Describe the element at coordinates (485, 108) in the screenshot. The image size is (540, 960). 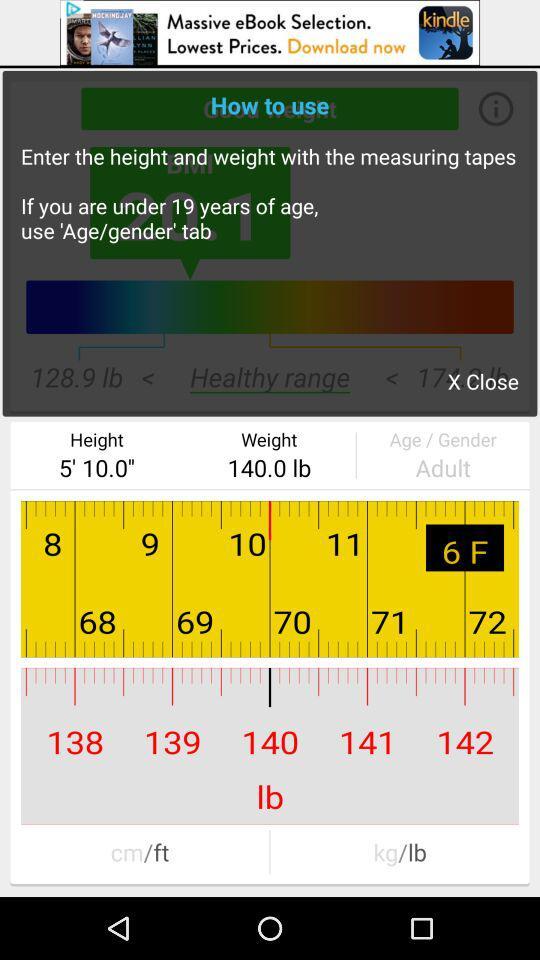
I see `the info icon` at that location.